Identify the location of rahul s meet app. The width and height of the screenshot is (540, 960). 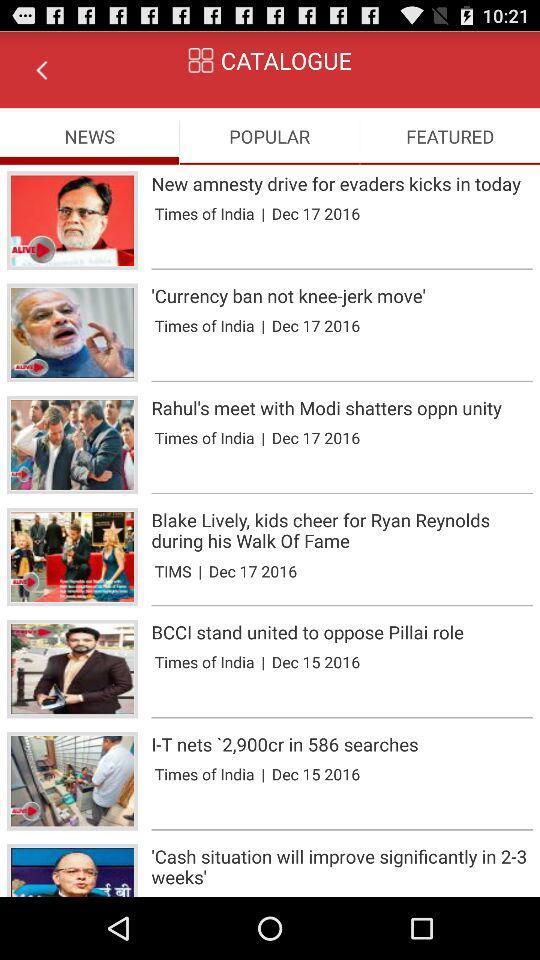
(341, 407).